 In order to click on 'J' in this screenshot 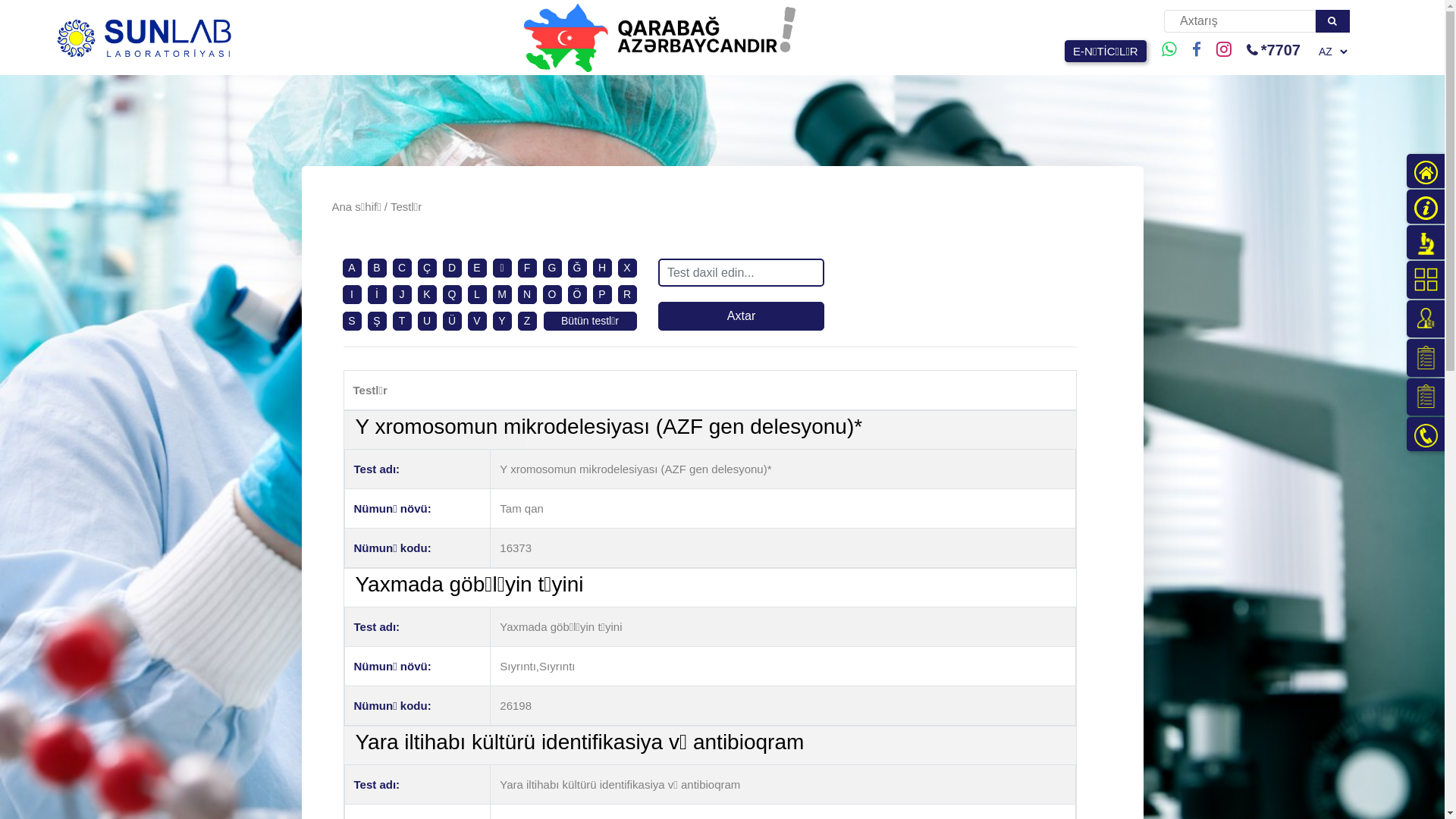, I will do `click(401, 294)`.